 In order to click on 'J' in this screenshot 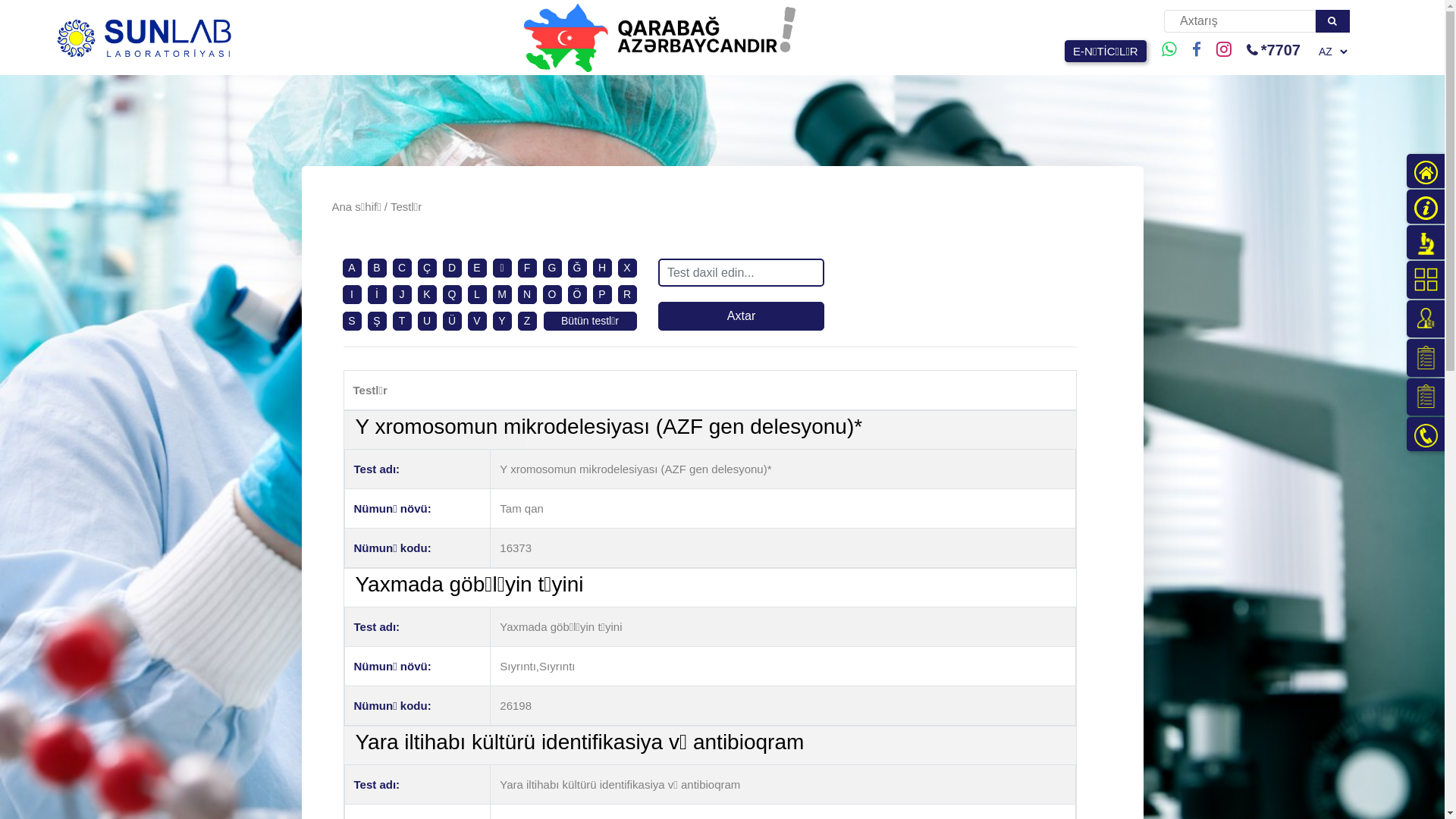, I will do `click(401, 294)`.